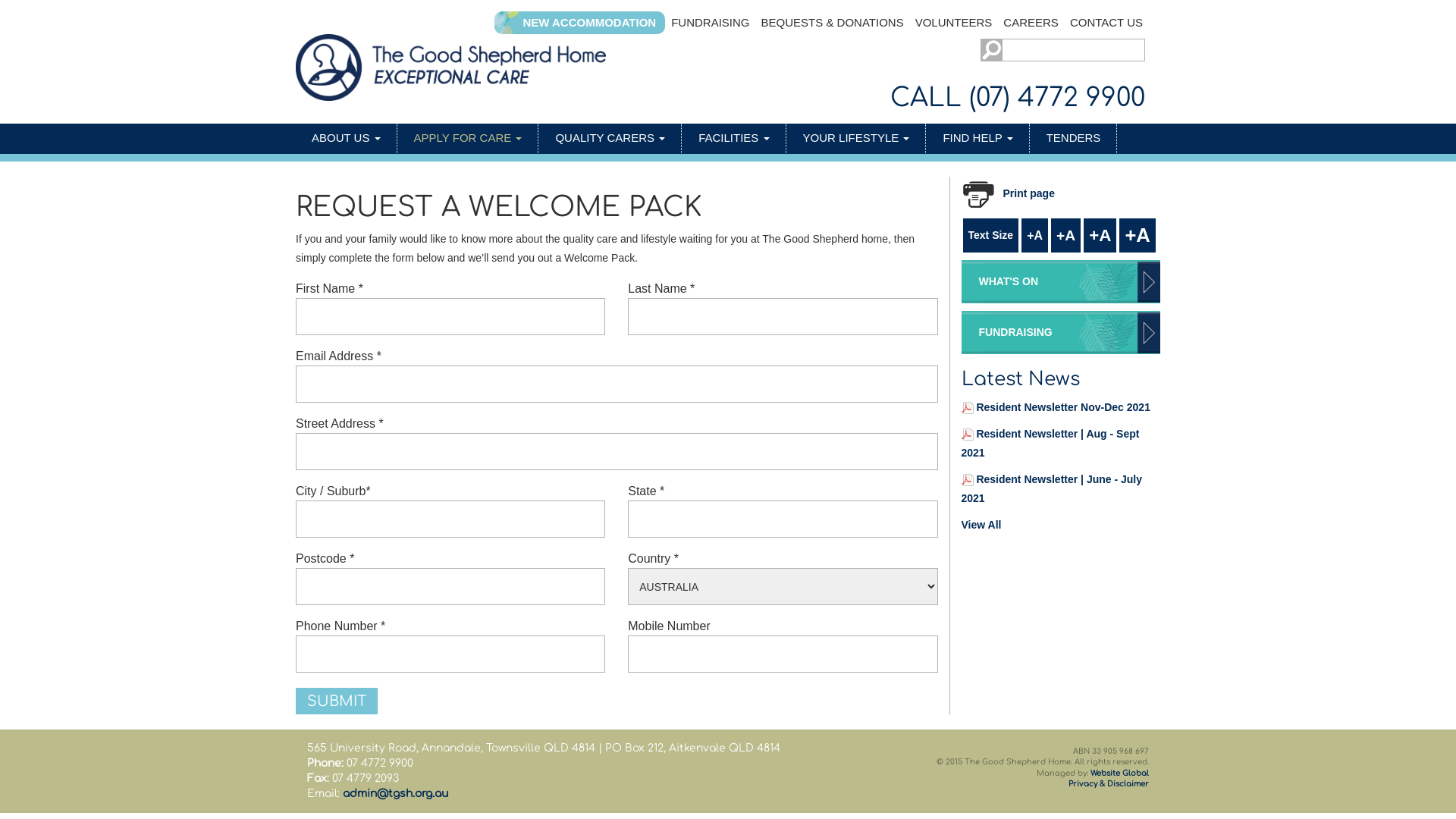 The height and width of the screenshot is (819, 1456). I want to click on 'BEQUESTS & DONATIONS', so click(832, 23).